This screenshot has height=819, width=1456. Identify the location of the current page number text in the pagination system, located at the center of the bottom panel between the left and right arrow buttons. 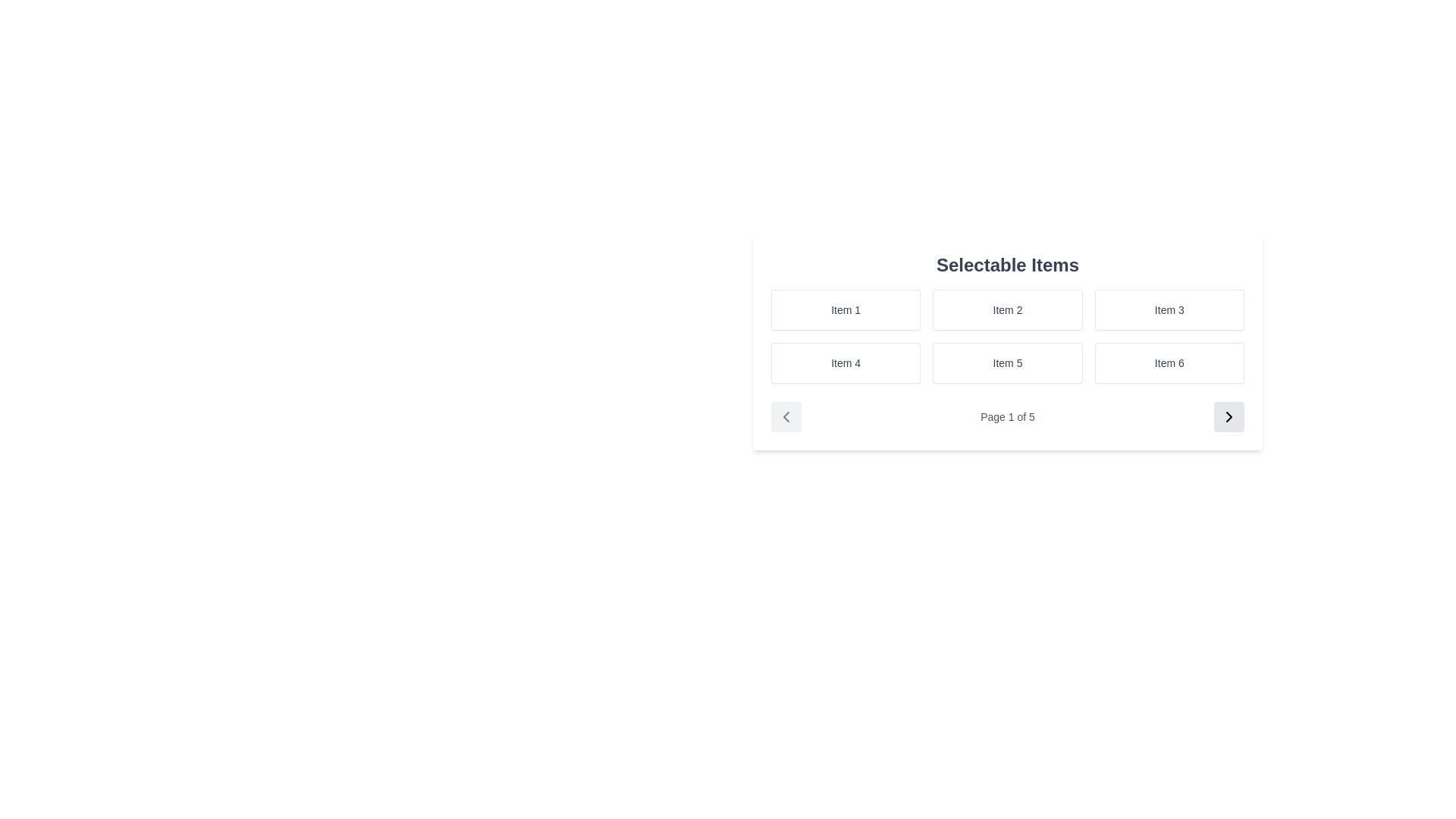
(1008, 417).